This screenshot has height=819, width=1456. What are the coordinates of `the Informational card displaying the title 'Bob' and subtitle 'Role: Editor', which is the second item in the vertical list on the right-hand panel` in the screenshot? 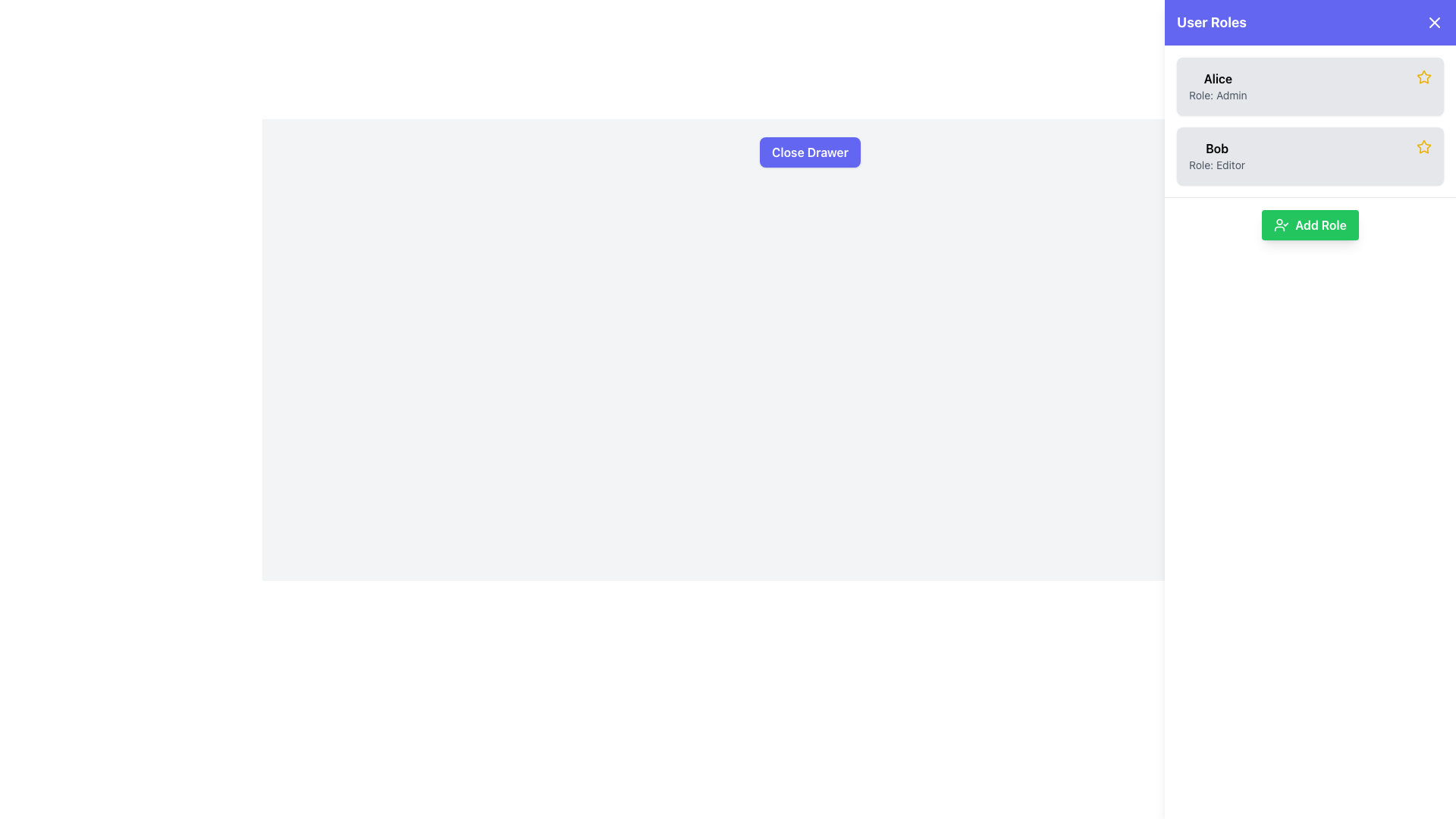 It's located at (1310, 155).